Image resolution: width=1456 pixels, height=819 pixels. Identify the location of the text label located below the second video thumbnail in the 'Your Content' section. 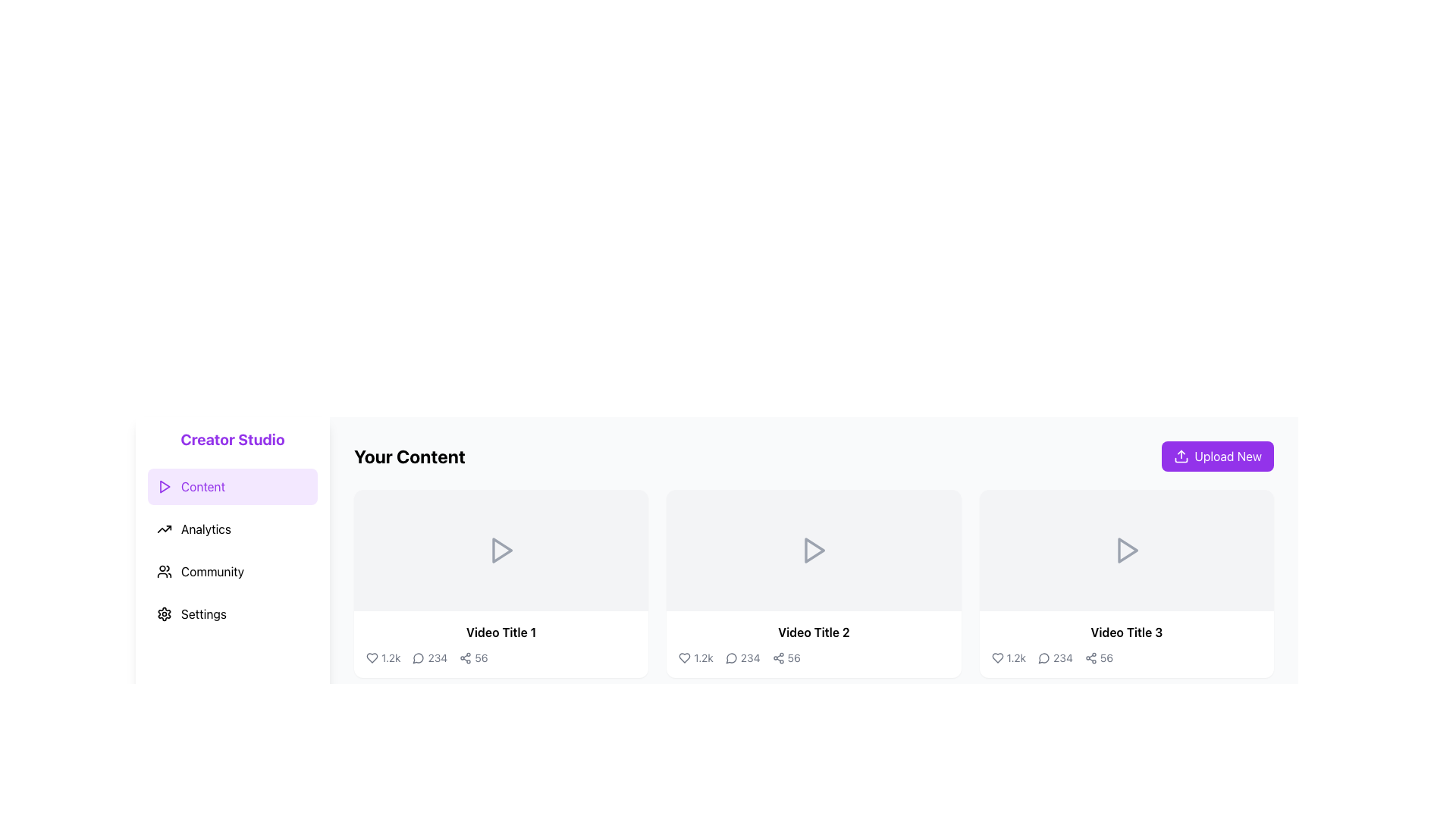
(813, 632).